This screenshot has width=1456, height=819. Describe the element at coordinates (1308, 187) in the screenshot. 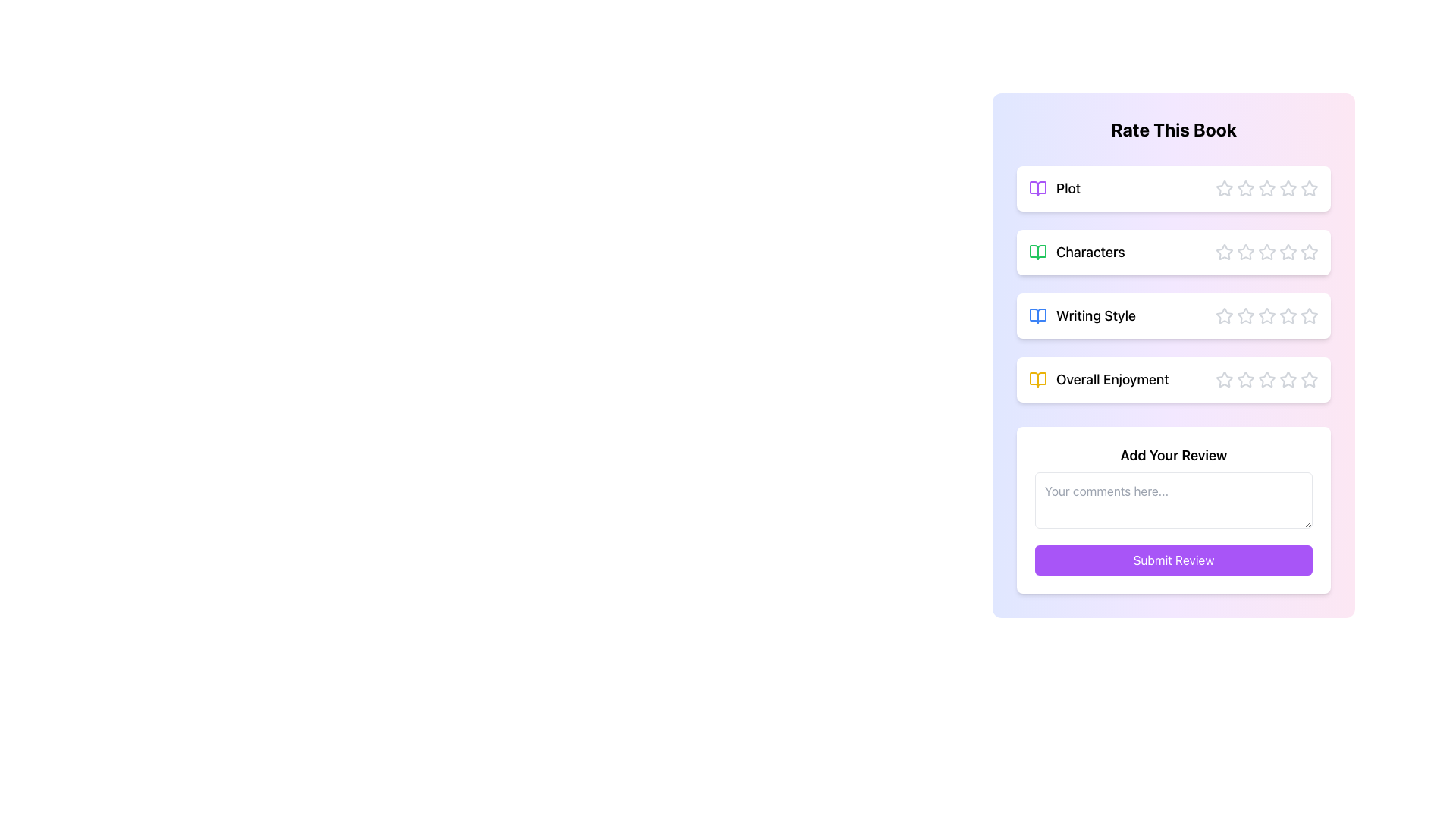

I see `the rightmost star icon in the 'Rate This Book' interface` at that location.